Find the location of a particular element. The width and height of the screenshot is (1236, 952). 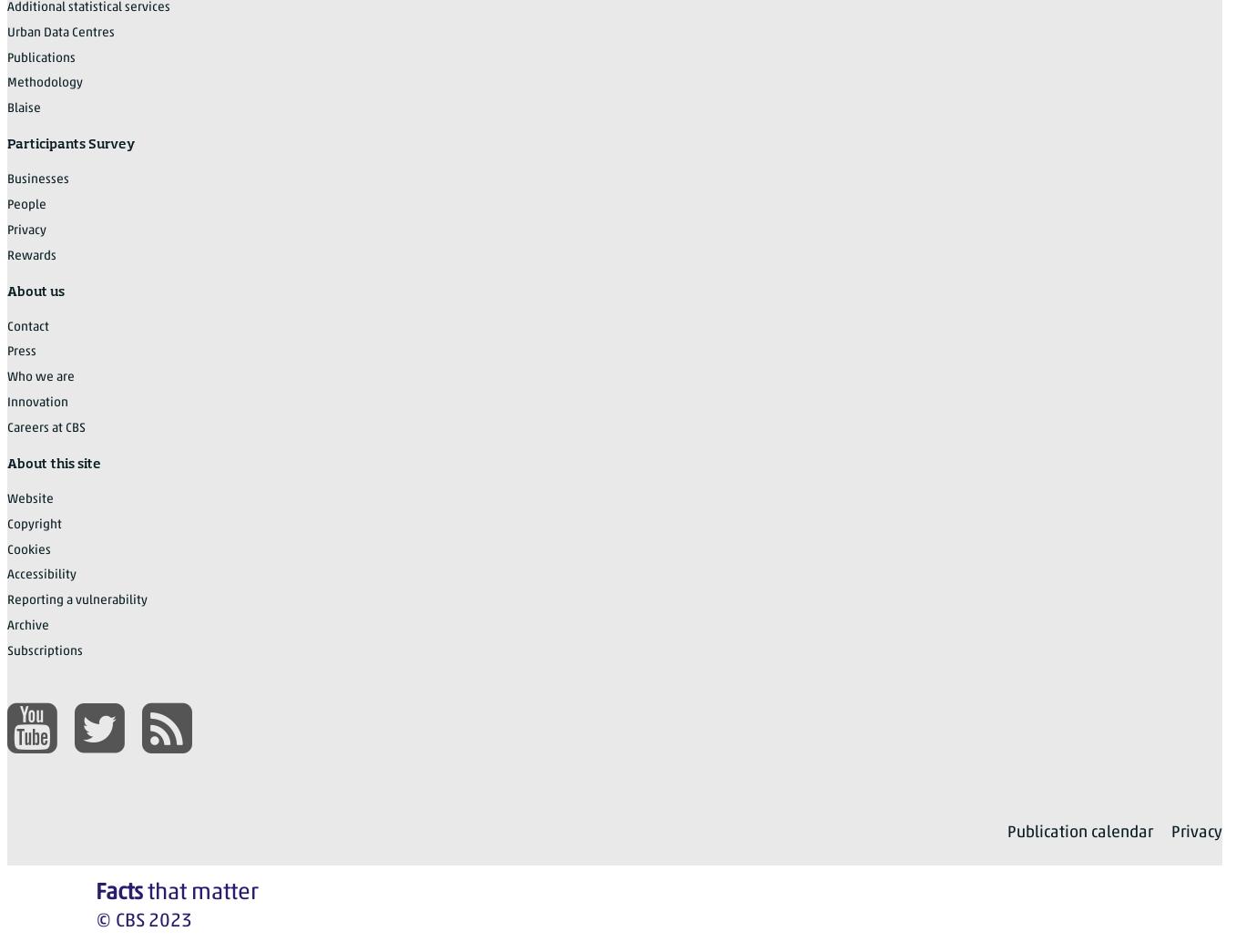

'Blaise' is located at coordinates (23, 107).